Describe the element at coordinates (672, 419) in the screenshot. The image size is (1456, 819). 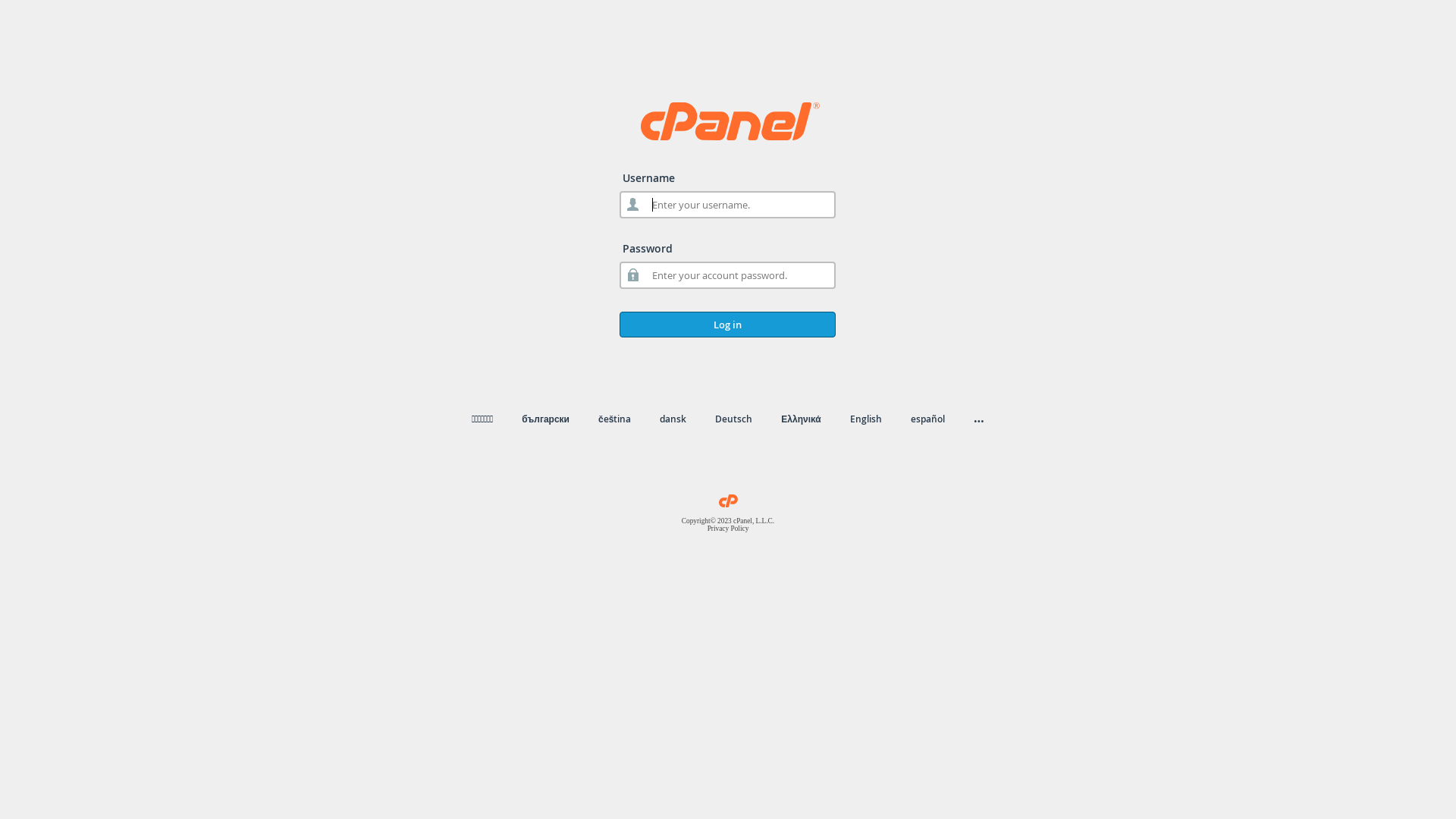
I see `'dansk'` at that location.